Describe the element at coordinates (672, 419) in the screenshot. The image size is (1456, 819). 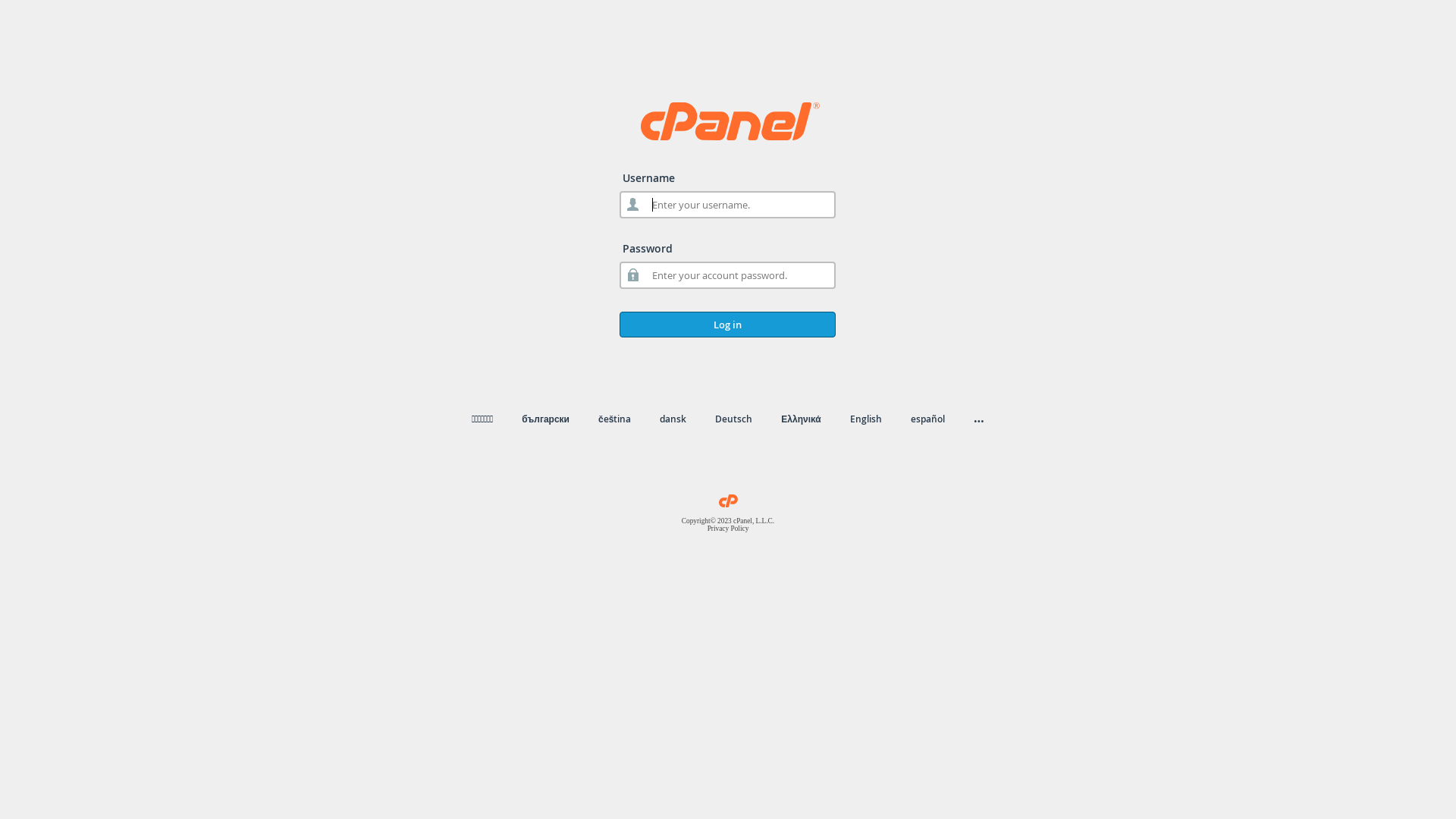
I see `'dansk'` at that location.